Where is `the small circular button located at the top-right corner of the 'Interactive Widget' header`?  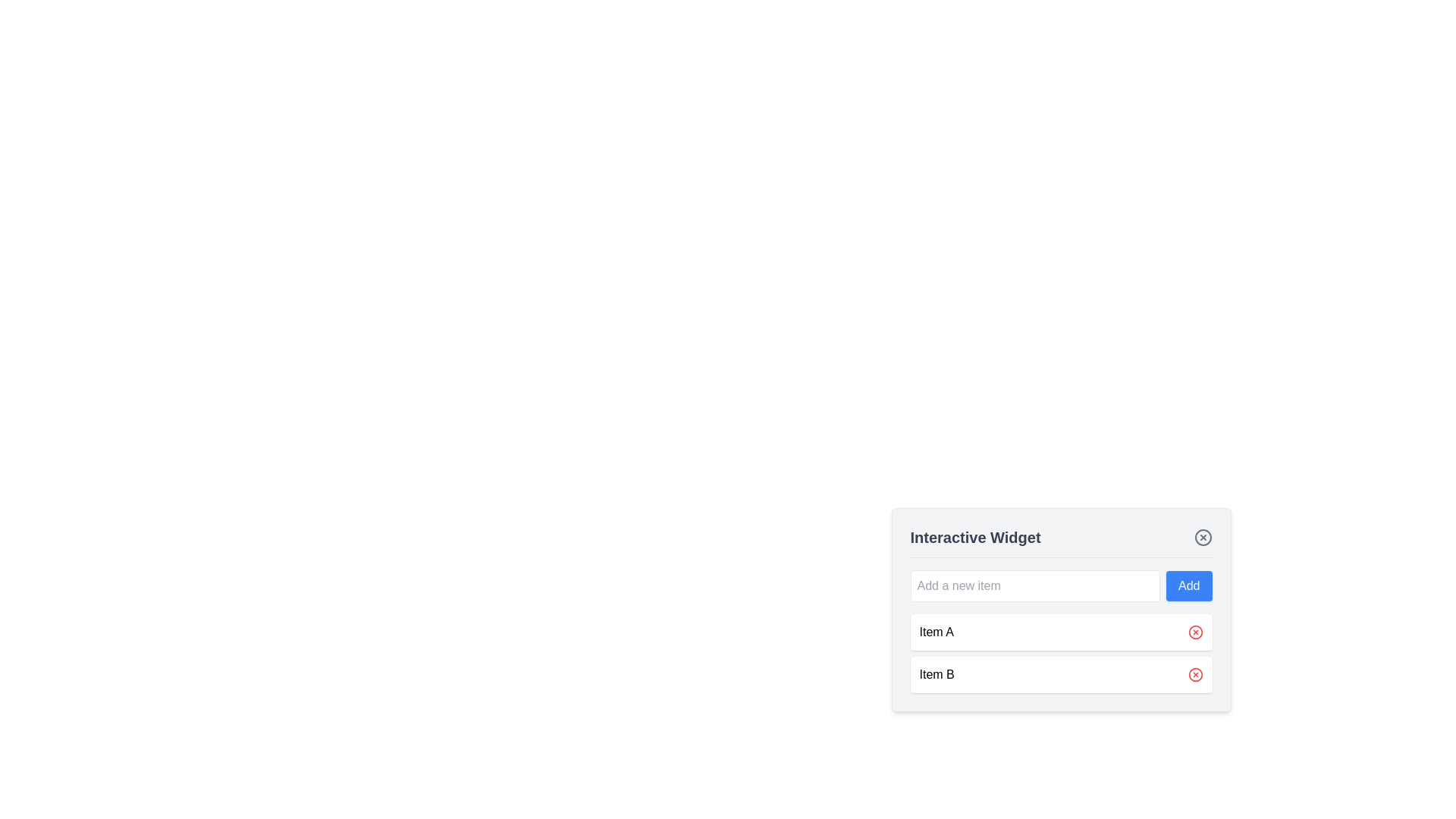 the small circular button located at the top-right corner of the 'Interactive Widget' header is located at coordinates (1202, 537).